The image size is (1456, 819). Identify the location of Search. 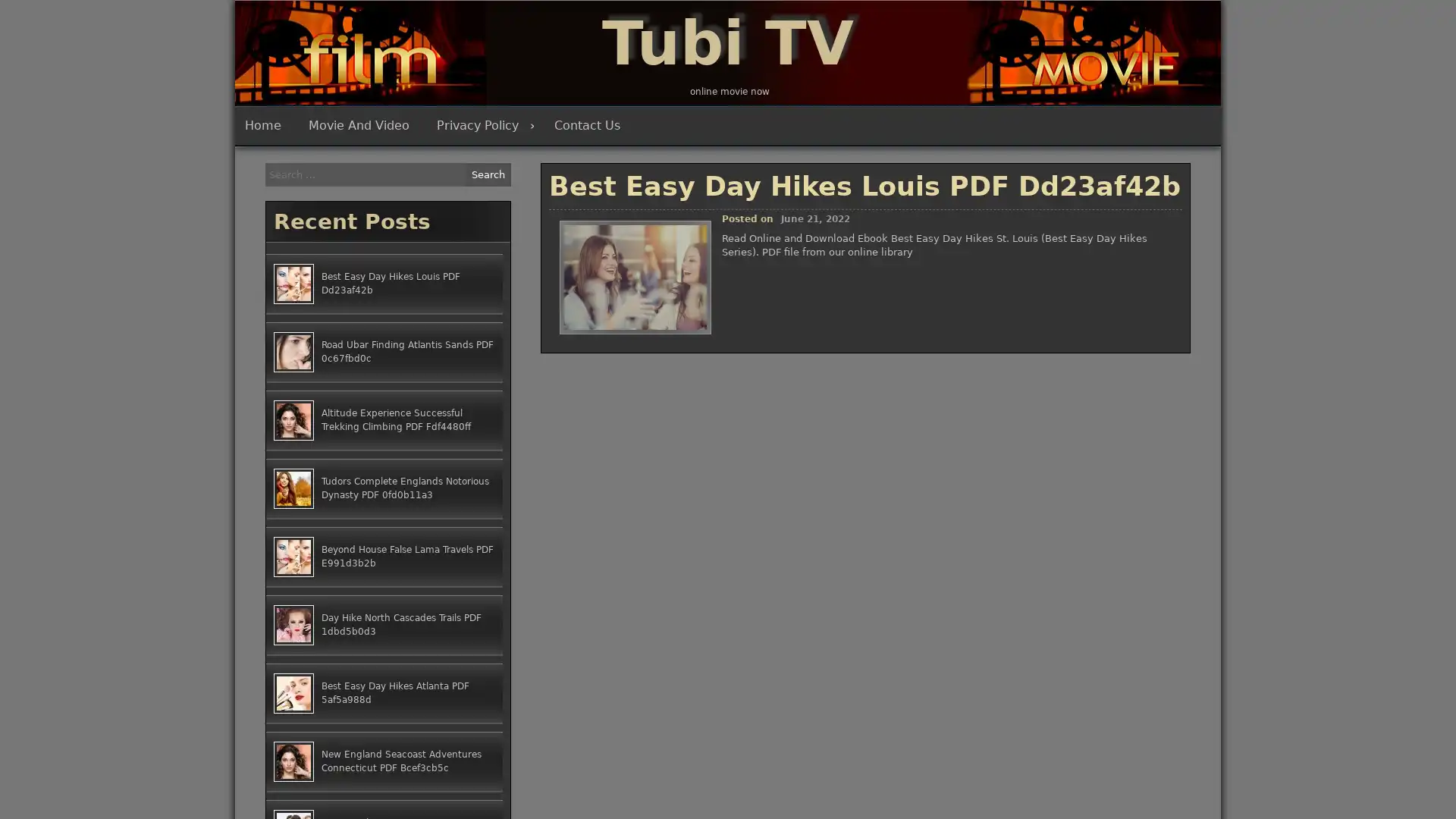
(488, 174).